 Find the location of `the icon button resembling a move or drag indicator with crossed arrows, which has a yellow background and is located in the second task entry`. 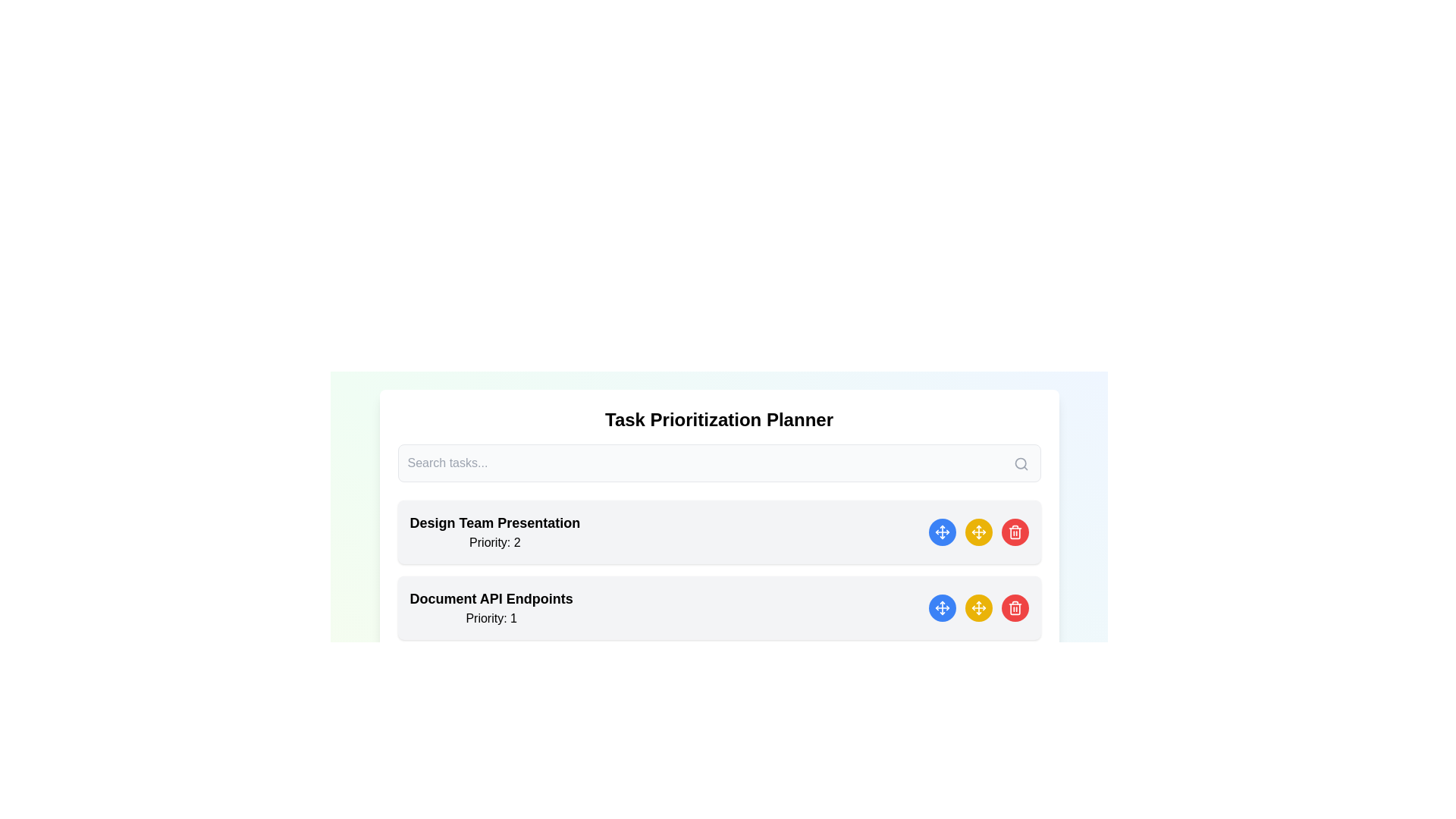

the icon button resembling a move or drag indicator with crossed arrows, which has a yellow background and is located in the second task entry is located at coordinates (978, 607).